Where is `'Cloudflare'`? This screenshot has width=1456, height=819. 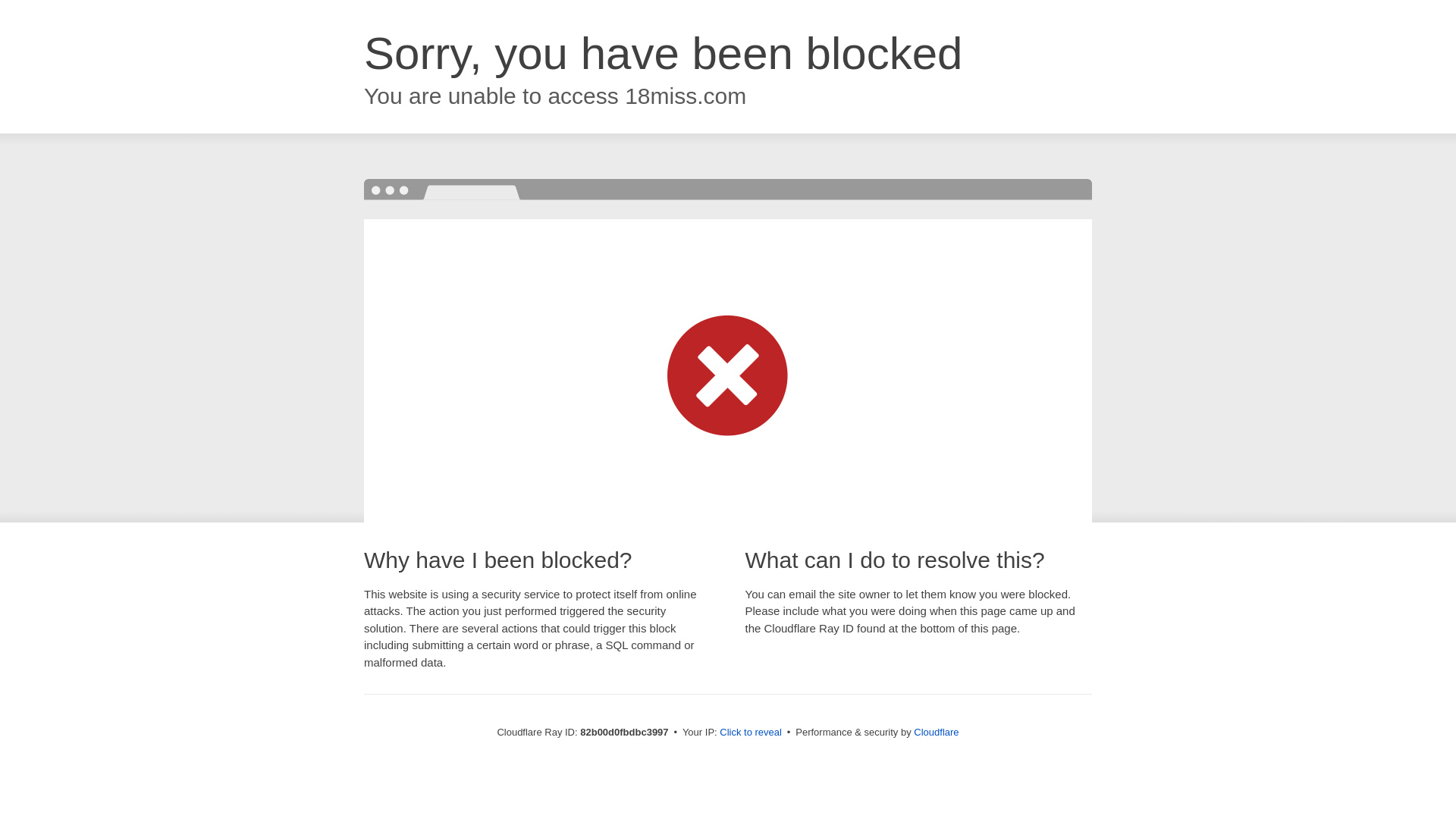 'Cloudflare' is located at coordinates (912, 731).